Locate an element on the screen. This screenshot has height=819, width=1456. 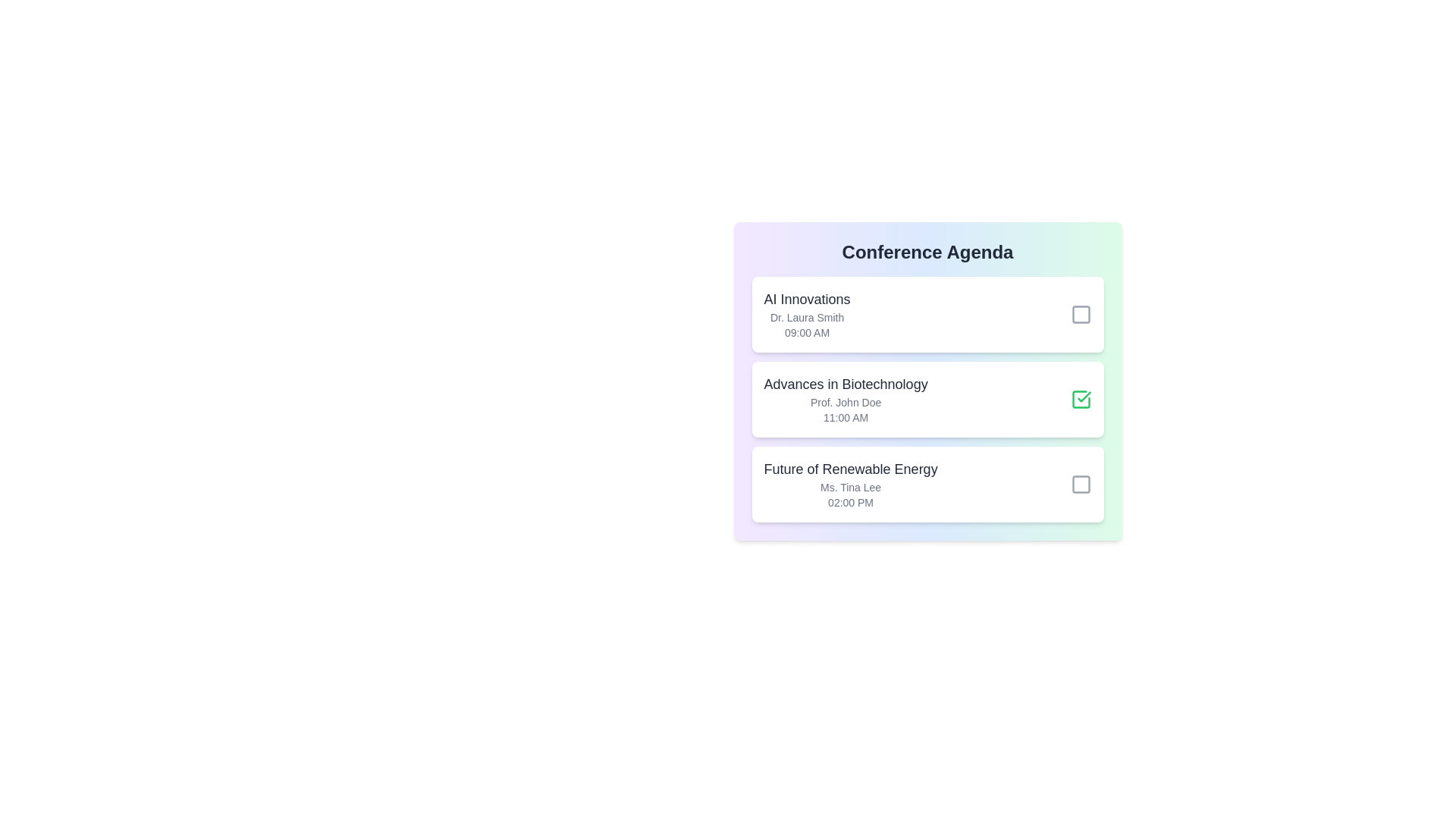
the checkbox for the session 'Future of Renewable Energy' to toggle its selection state is located at coordinates (1080, 485).